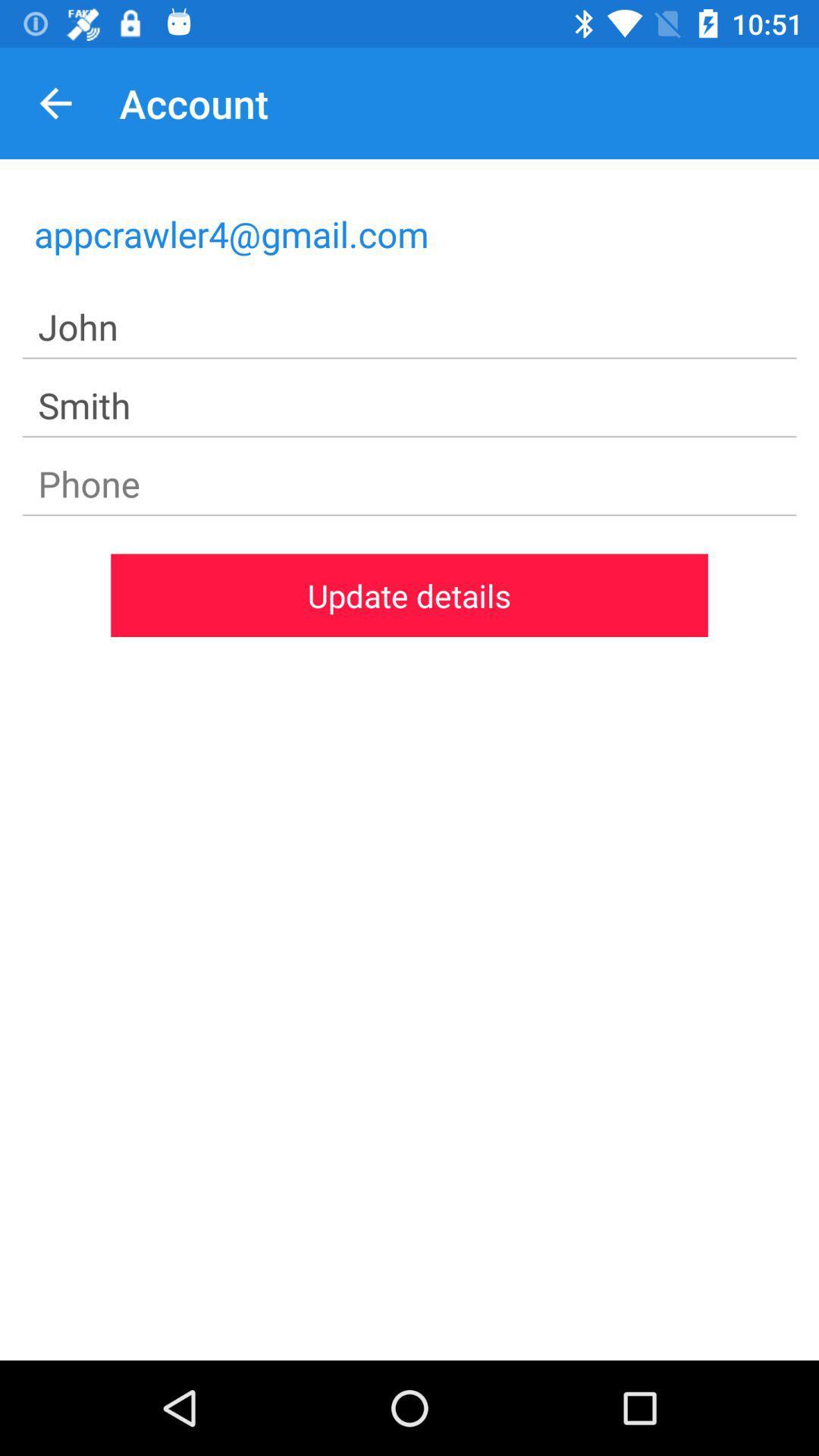 The height and width of the screenshot is (1456, 819). Describe the element at coordinates (409, 233) in the screenshot. I see `the item above the john` at that location.